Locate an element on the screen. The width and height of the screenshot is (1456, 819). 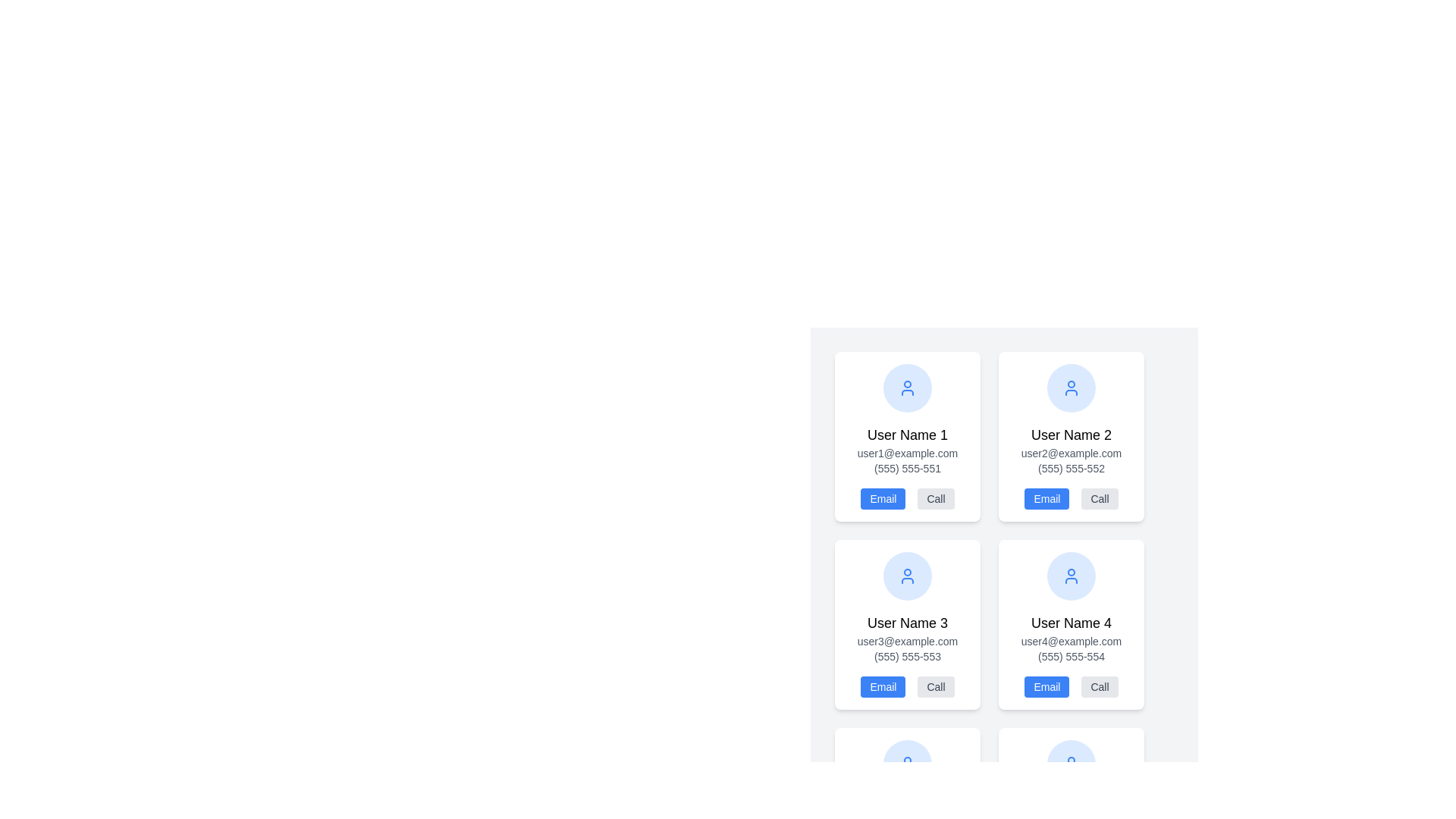
the static text displaying the phone number associated with 'User Name 3', located beneath the email address 'user3@example.com' and above the buttons labeled 'Email' and 'Call' is located at coordinates (907, 656).